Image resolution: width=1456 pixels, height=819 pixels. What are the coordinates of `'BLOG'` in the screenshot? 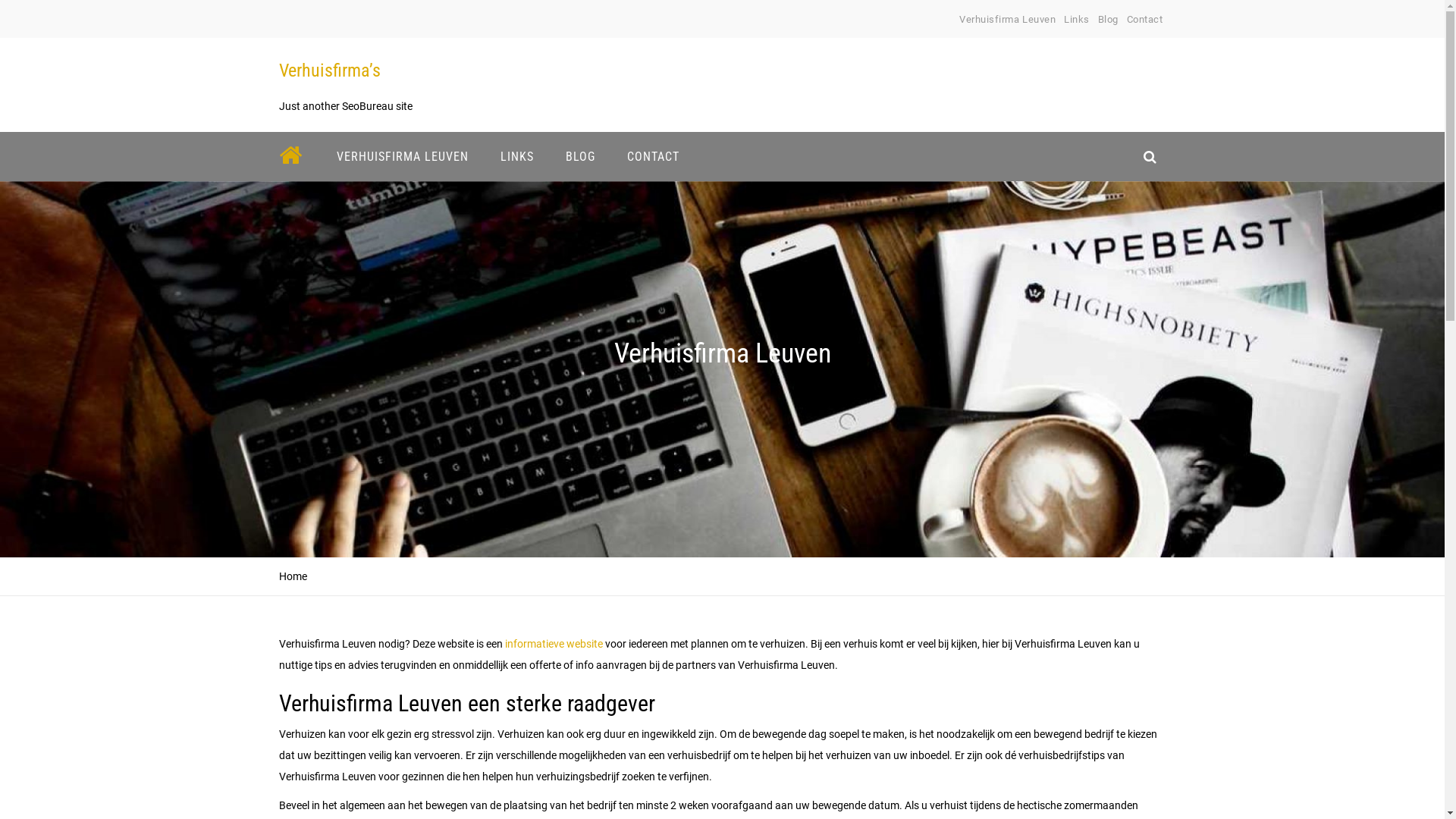 It's located at (579, 156).